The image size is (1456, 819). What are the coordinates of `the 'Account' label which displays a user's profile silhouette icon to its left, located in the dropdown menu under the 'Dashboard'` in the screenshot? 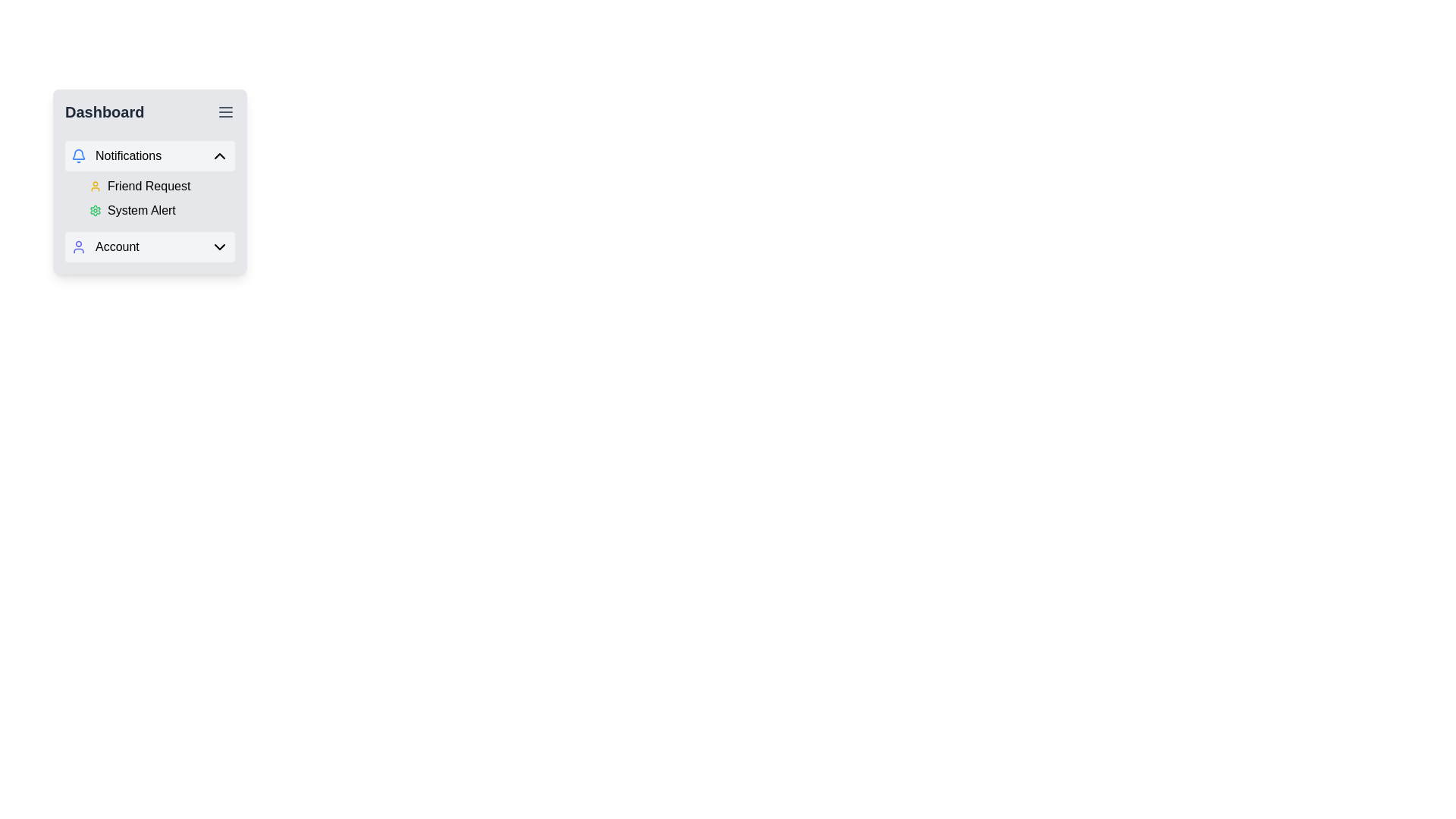 It's located at (104, 246).